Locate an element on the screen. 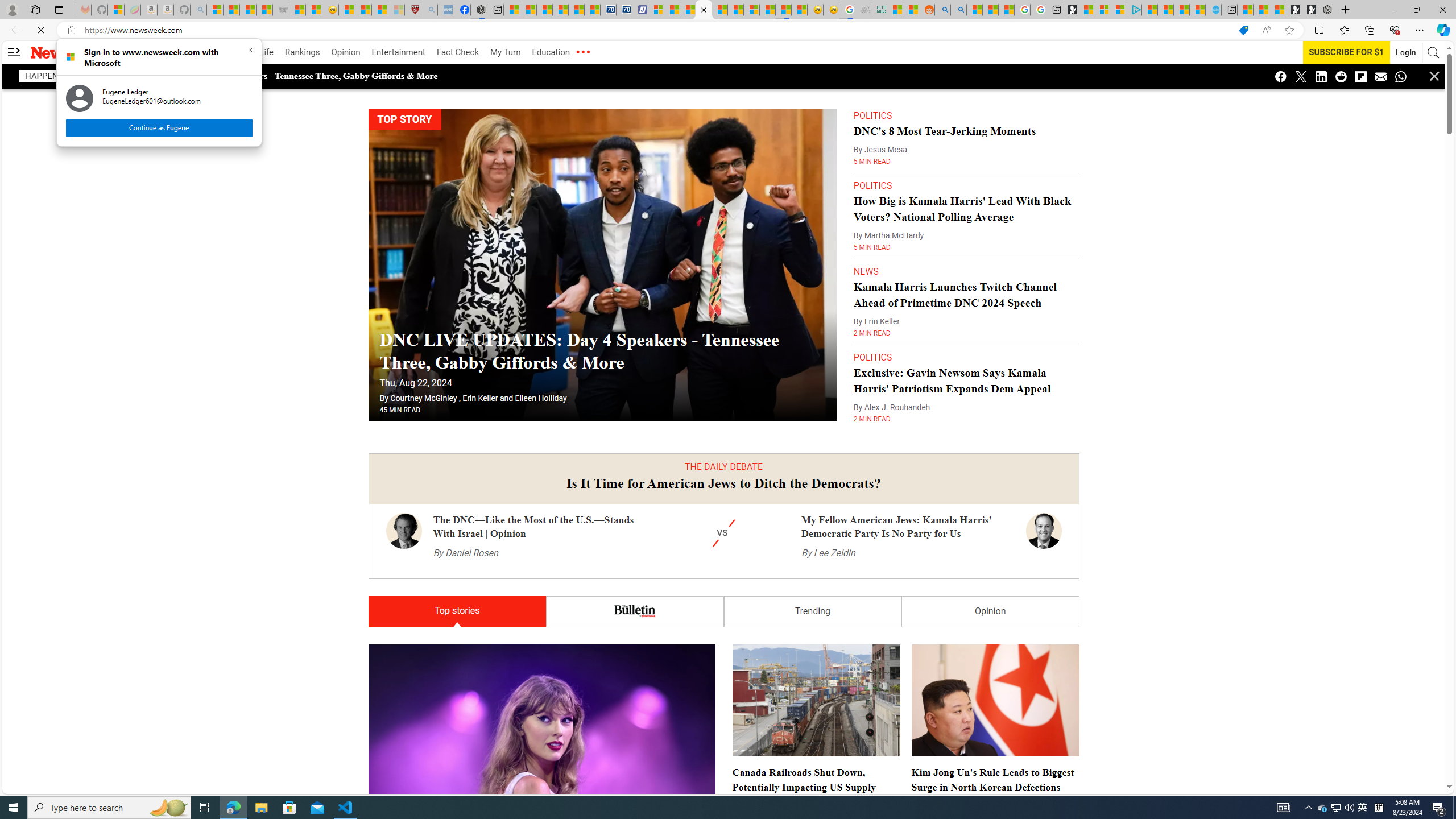  'Class: icon-twitter' is located at coordinates (1300, 76).